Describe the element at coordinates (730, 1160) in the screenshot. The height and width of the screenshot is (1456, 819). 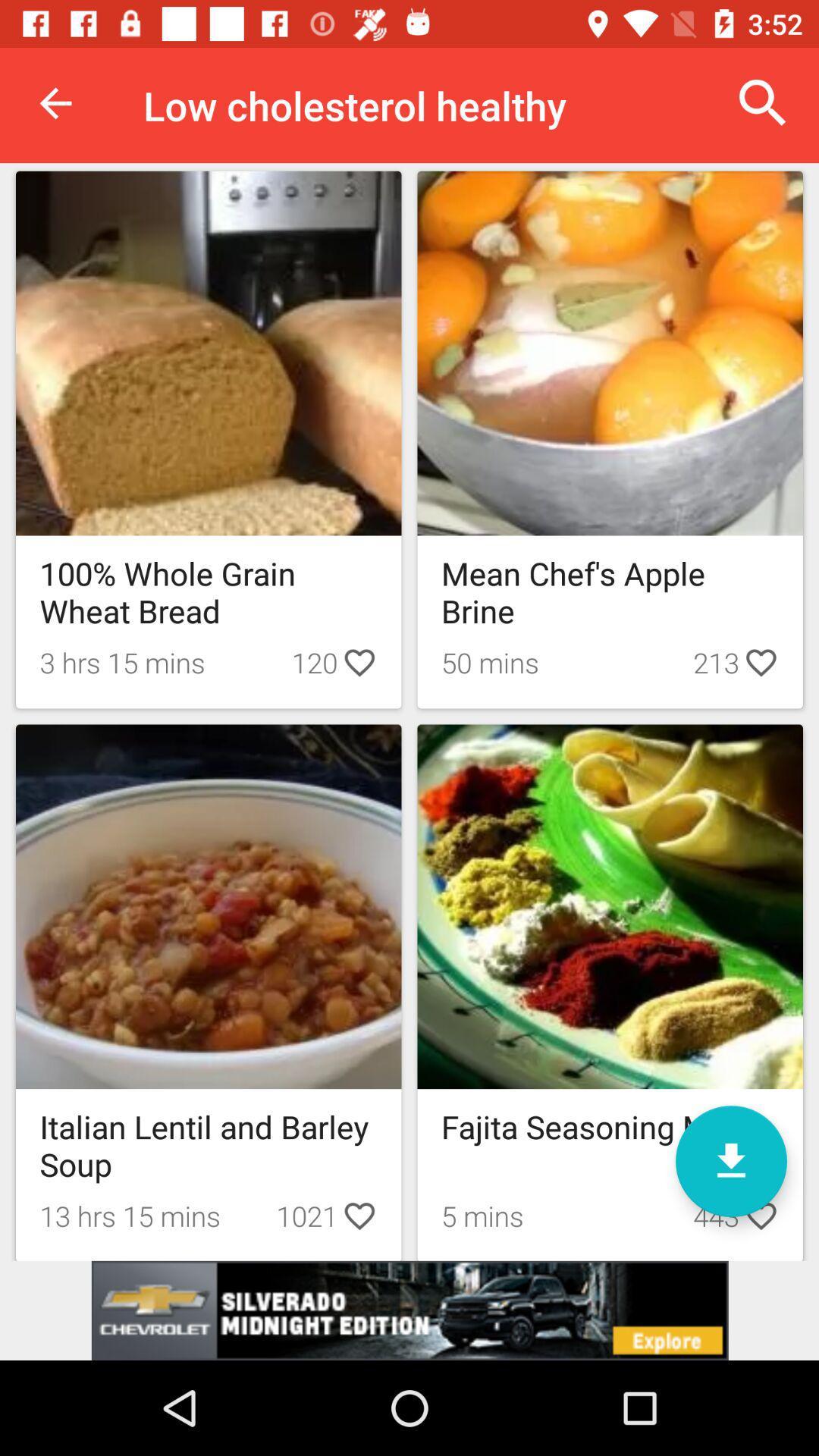
I see `dounload option` at that location.